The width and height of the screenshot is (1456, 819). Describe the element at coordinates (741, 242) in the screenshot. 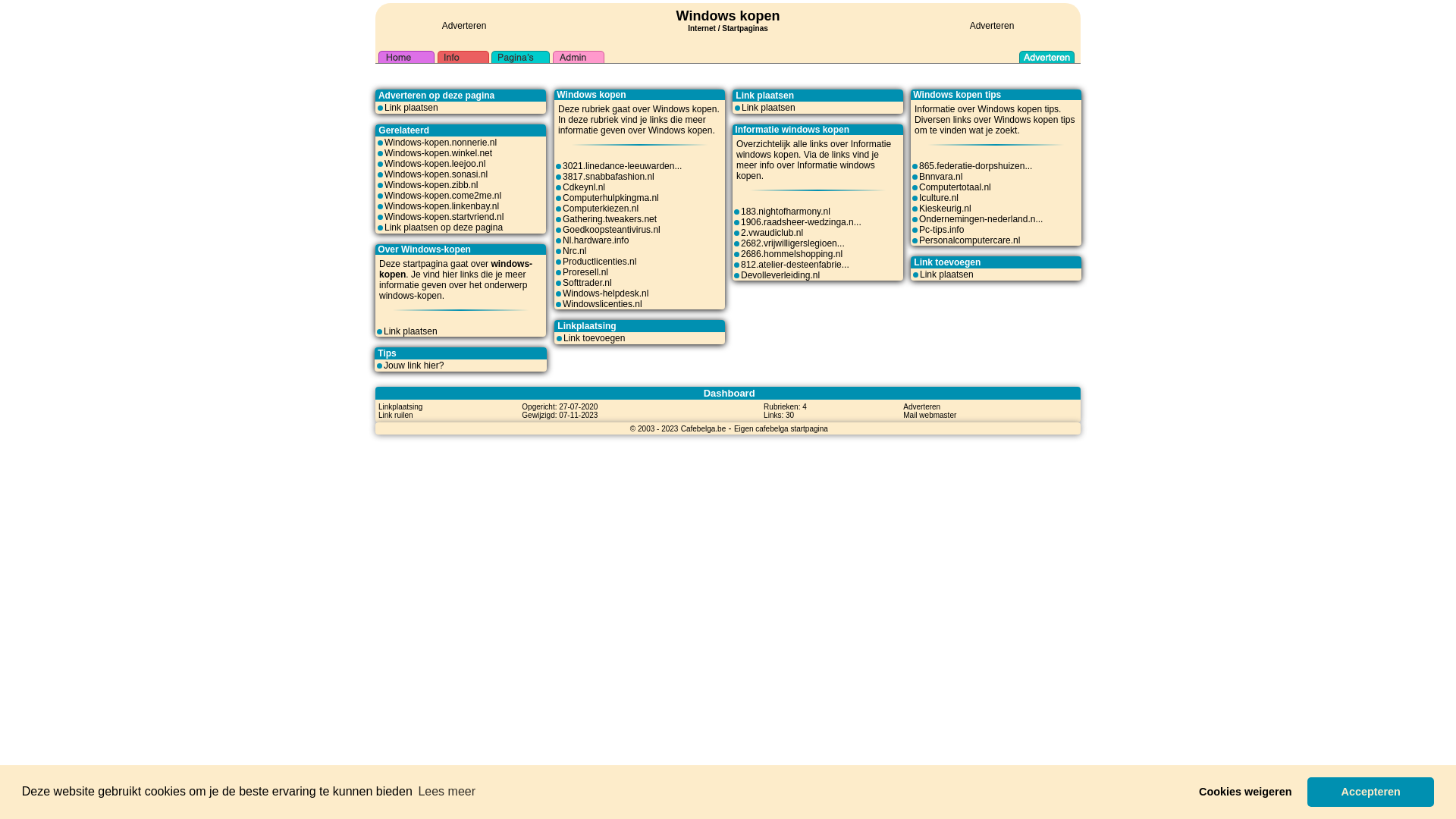

I see `'2682.vrijwilligerslegioen...'` at that location.